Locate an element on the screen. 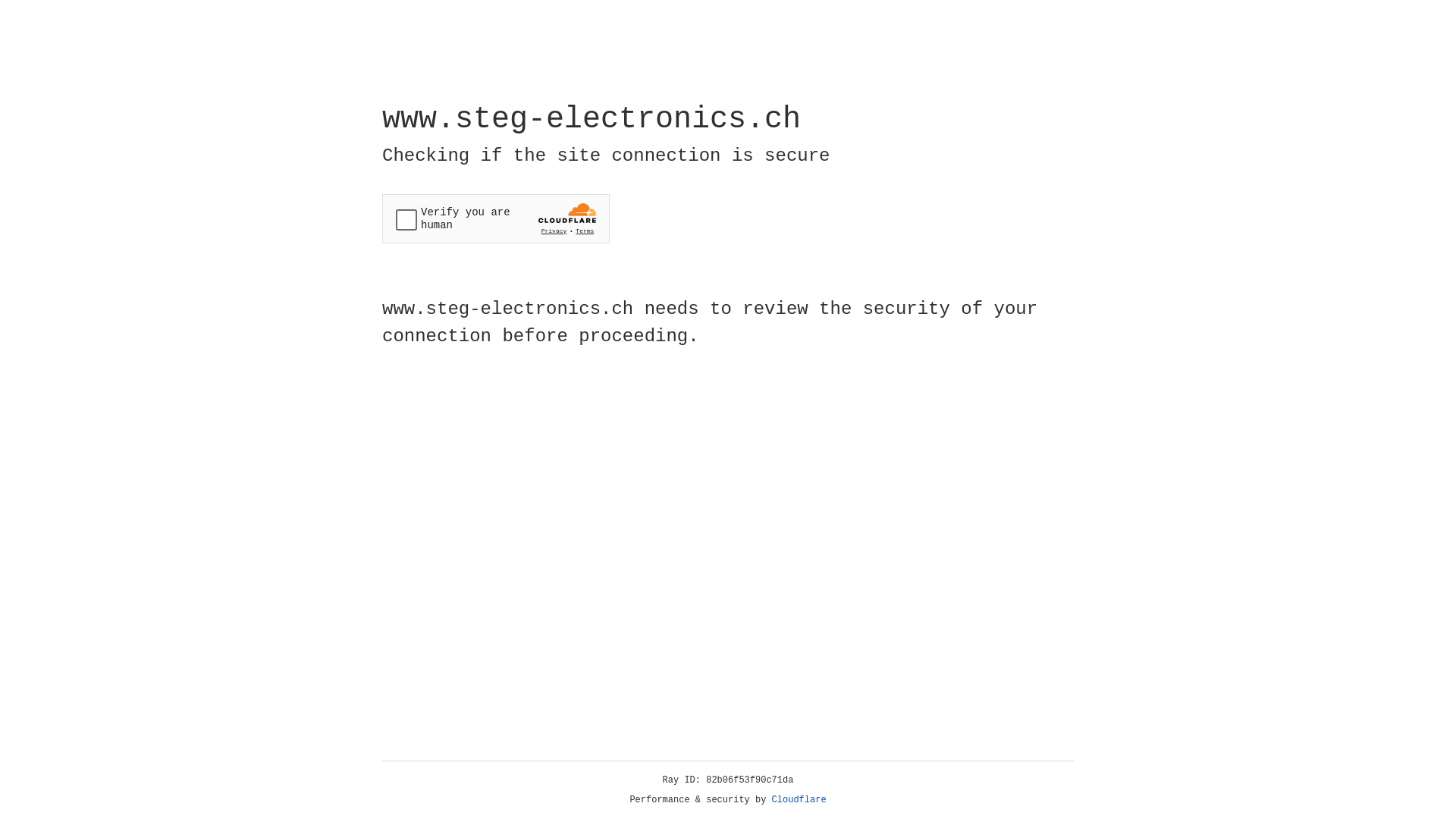 This screenshot has height=819, width=1456. 'Widget containing a Cloudflare security challenge' is located at coordinates (495, 218).